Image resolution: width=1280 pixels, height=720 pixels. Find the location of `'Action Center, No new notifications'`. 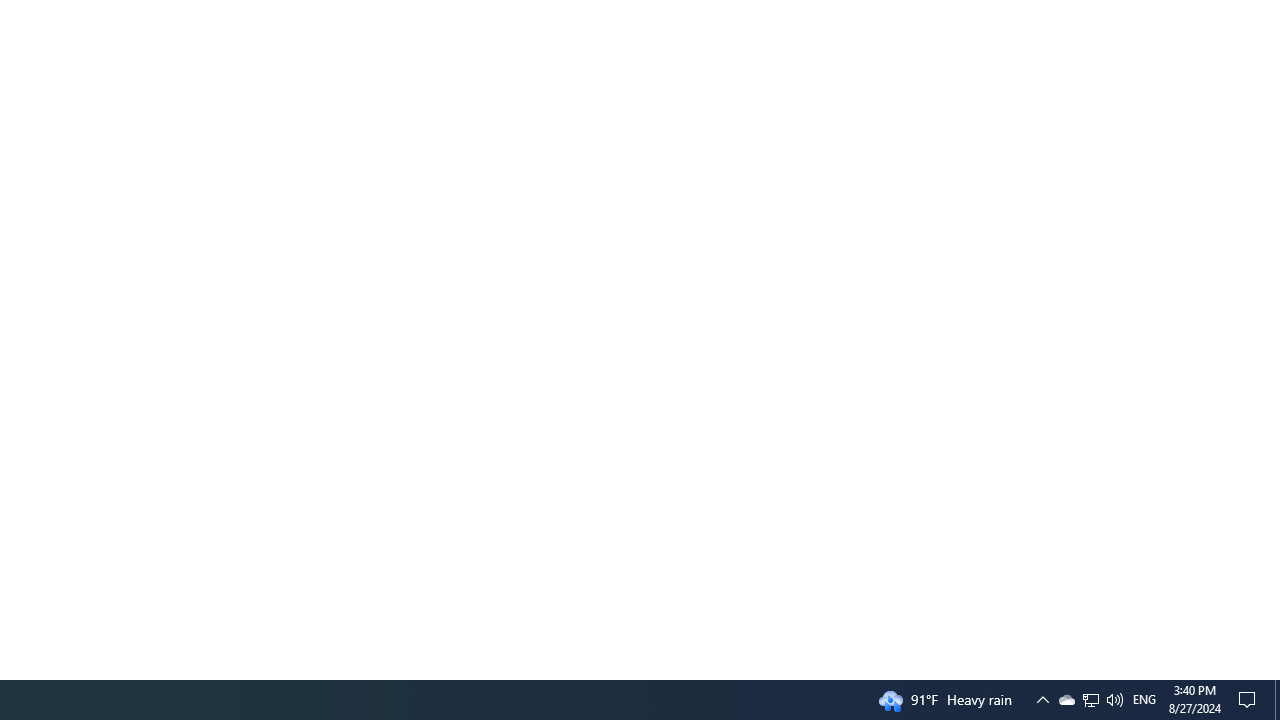

'Action Center, No new notifications' is located at coordinates (1250, 698).